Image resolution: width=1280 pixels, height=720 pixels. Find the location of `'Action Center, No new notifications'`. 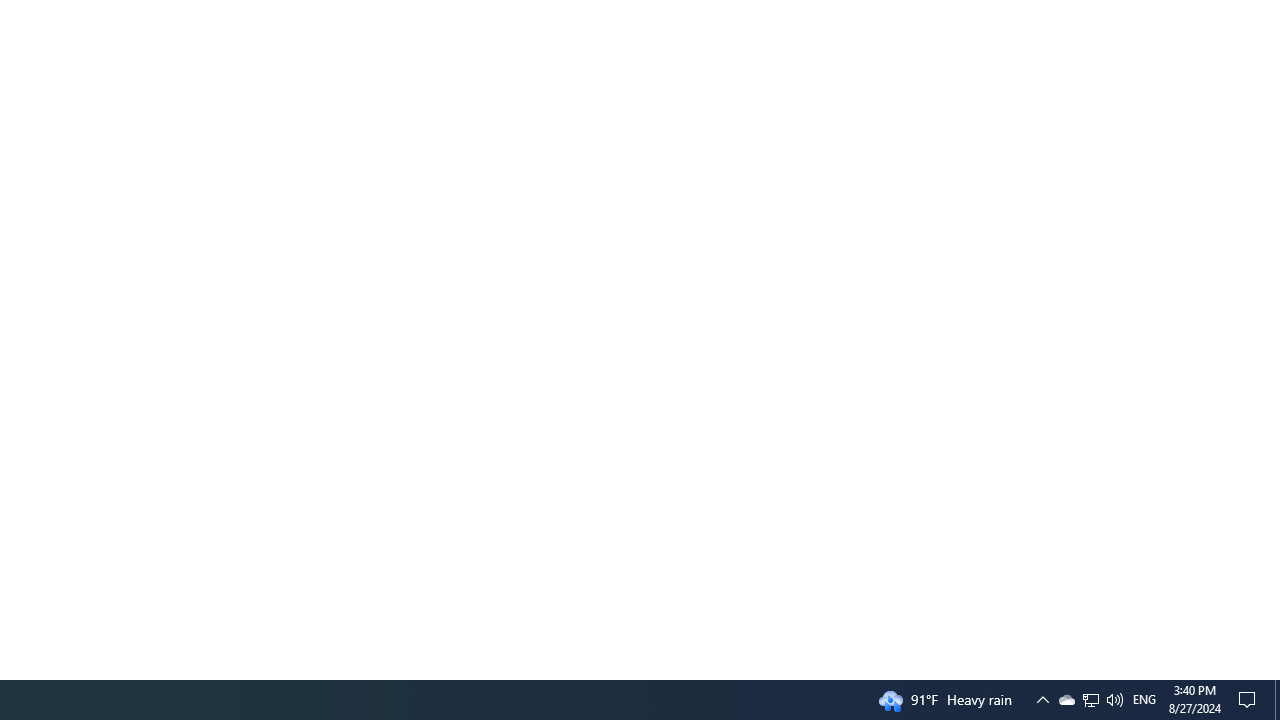

'Action Center, No new notifications' is located at coordinates (1250, 698).